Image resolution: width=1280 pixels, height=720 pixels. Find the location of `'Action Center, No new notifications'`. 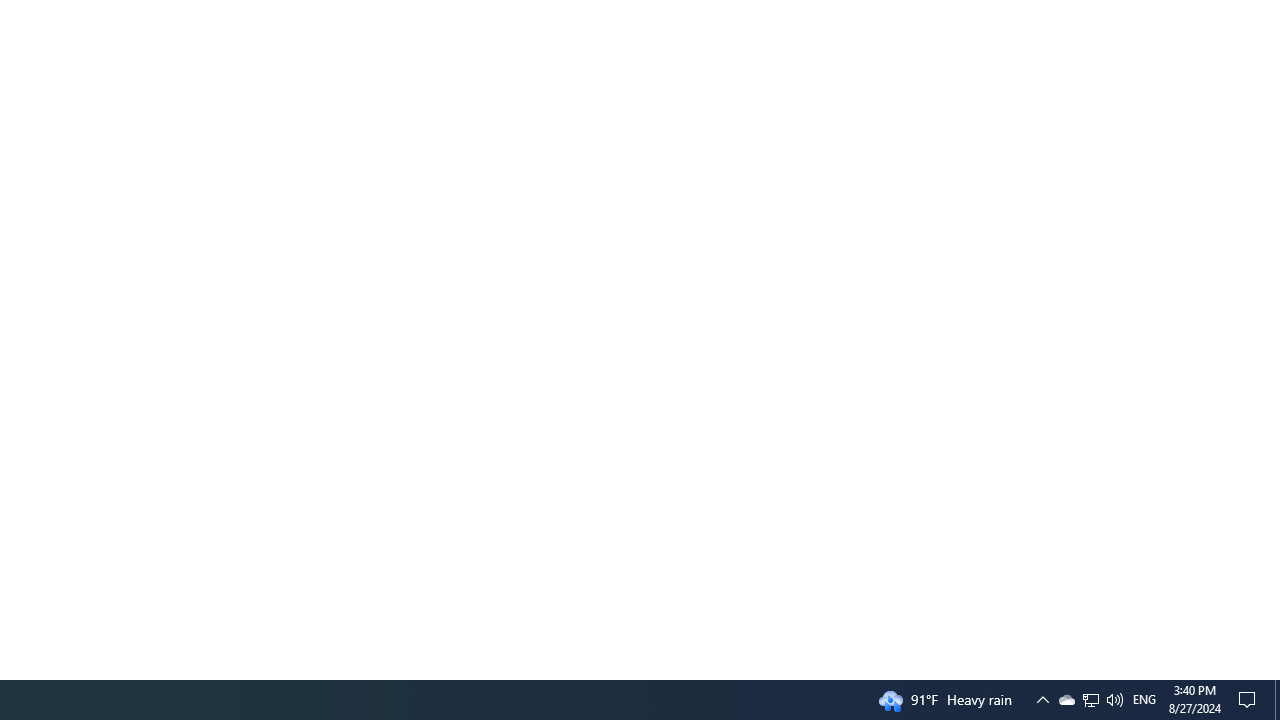

'Action Center, No new notifications' is located at coordinates (1250, 698).